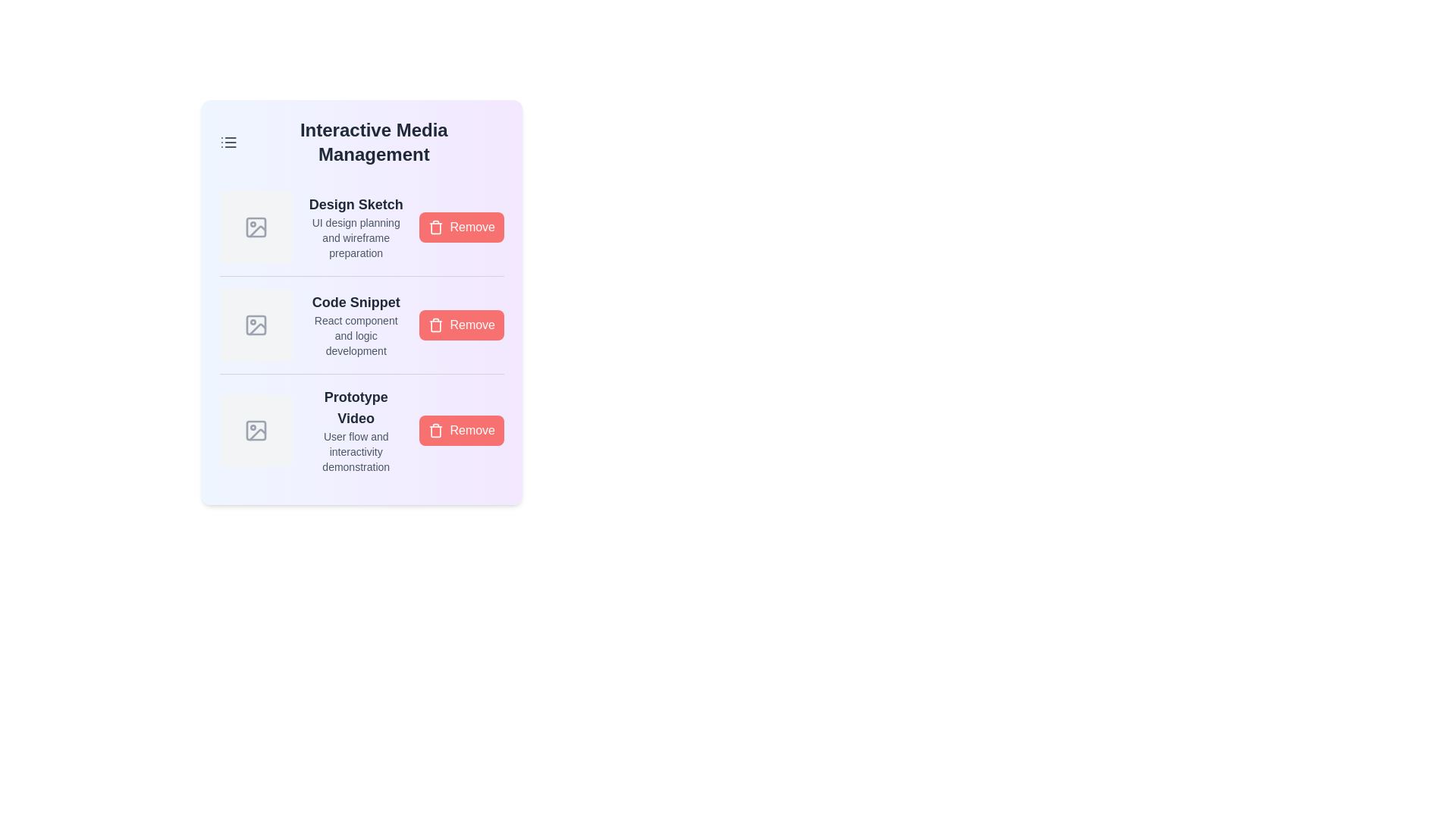 The width and height of the screenshot is (1456, 819). I want to click on 'Remove' button for the item with the name 'Design Sketch', so click(461, 227).